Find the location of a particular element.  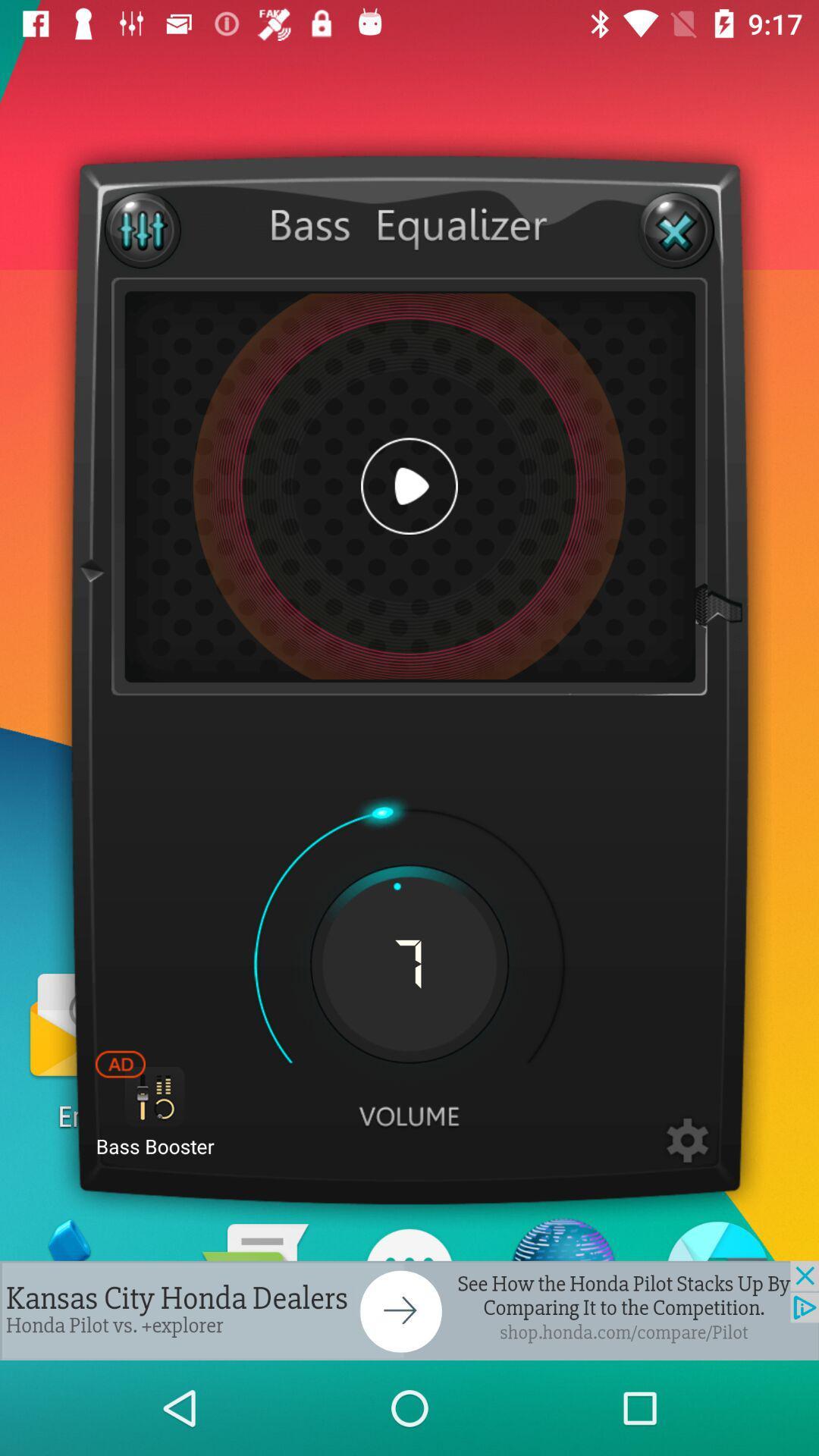

equalize audio is located at coordinates (143, 229).